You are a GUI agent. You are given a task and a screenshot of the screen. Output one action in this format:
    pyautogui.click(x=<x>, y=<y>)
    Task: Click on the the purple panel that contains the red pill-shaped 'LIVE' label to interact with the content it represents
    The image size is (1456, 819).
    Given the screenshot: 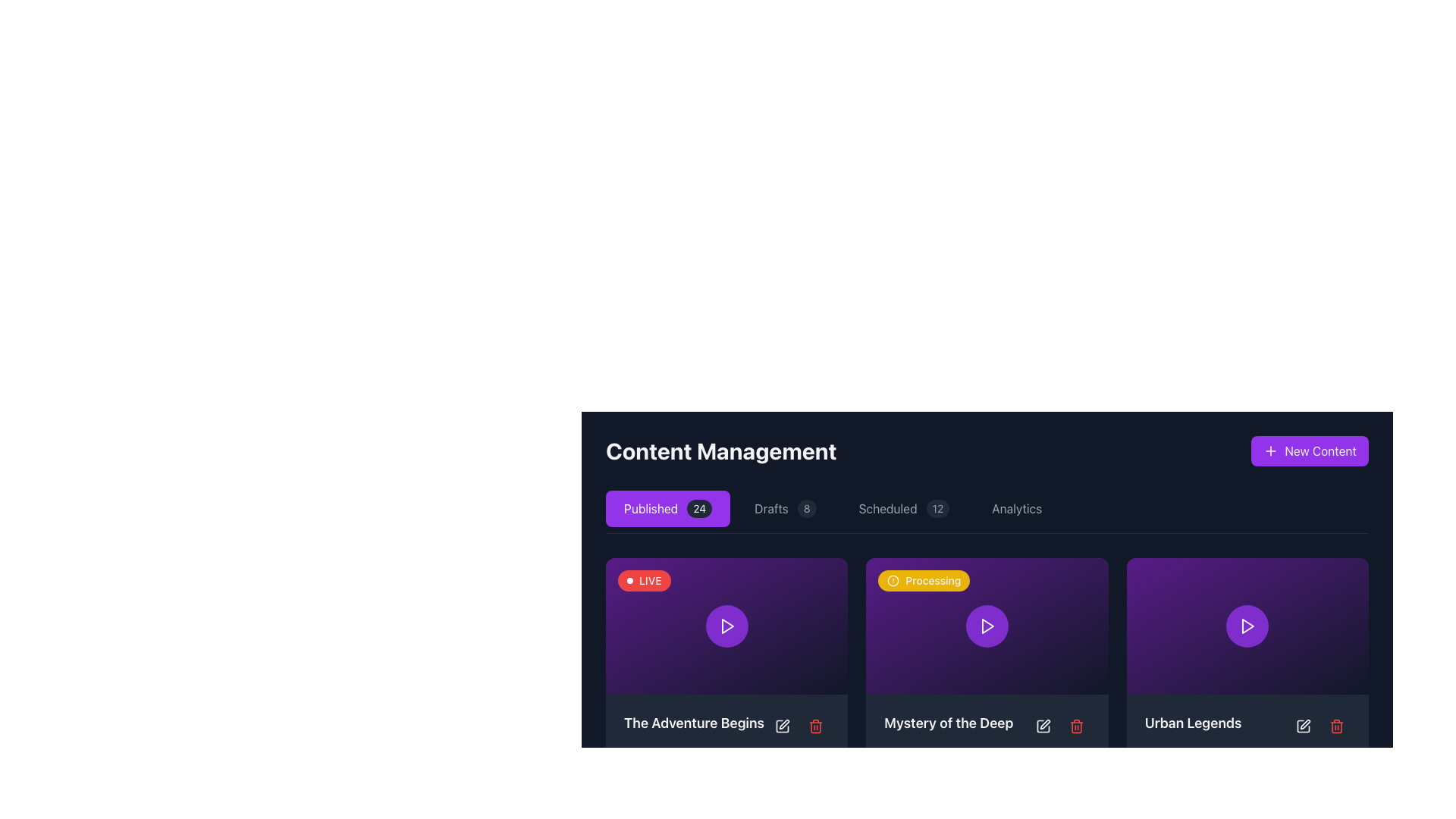 What is the action you would take?
    pyautogui.click(x=644, y=580)
    